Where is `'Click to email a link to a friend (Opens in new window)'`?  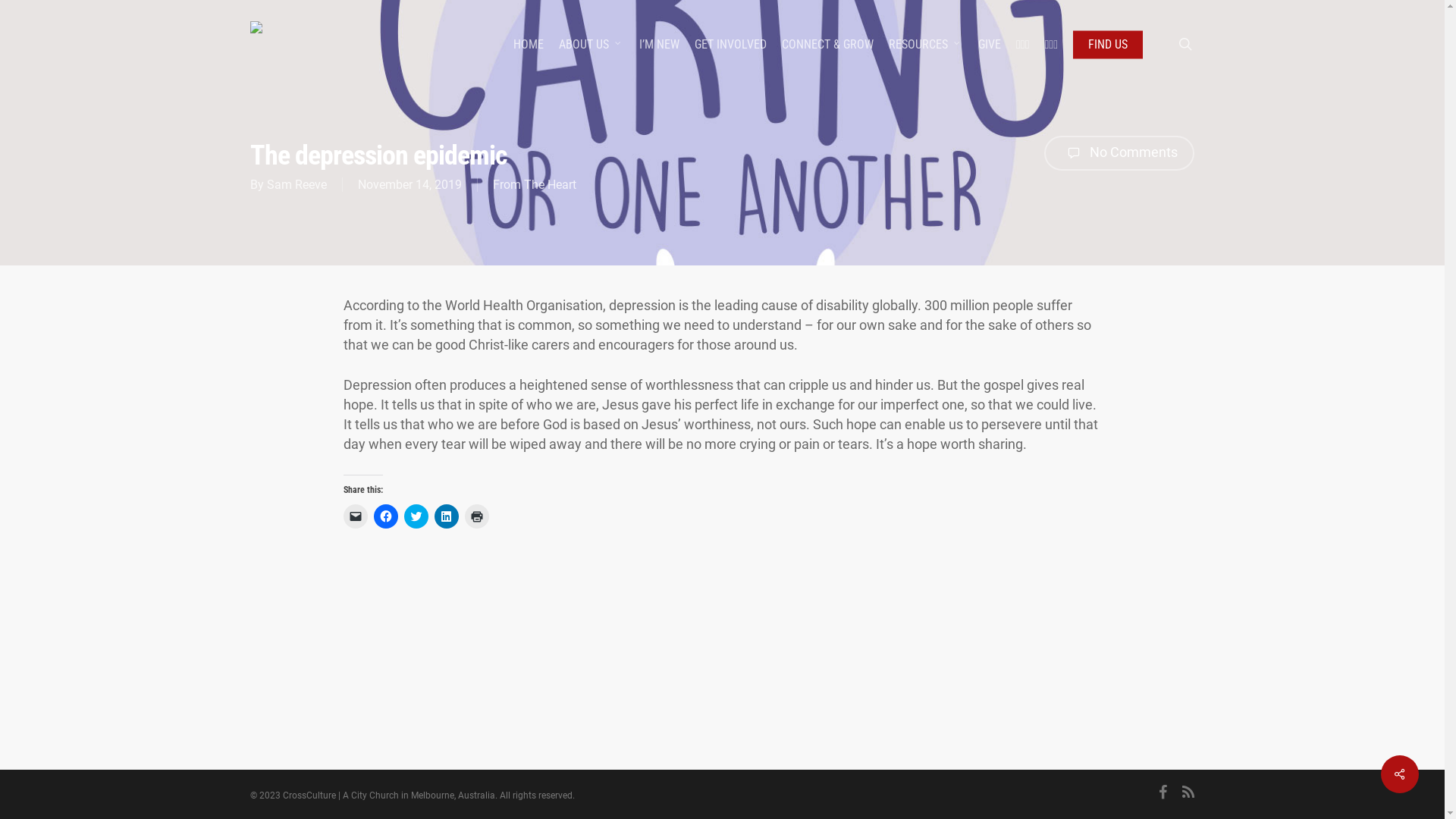
'Click to email a link to a friend (Opens in new window)' is located at coordinates (353, 516).